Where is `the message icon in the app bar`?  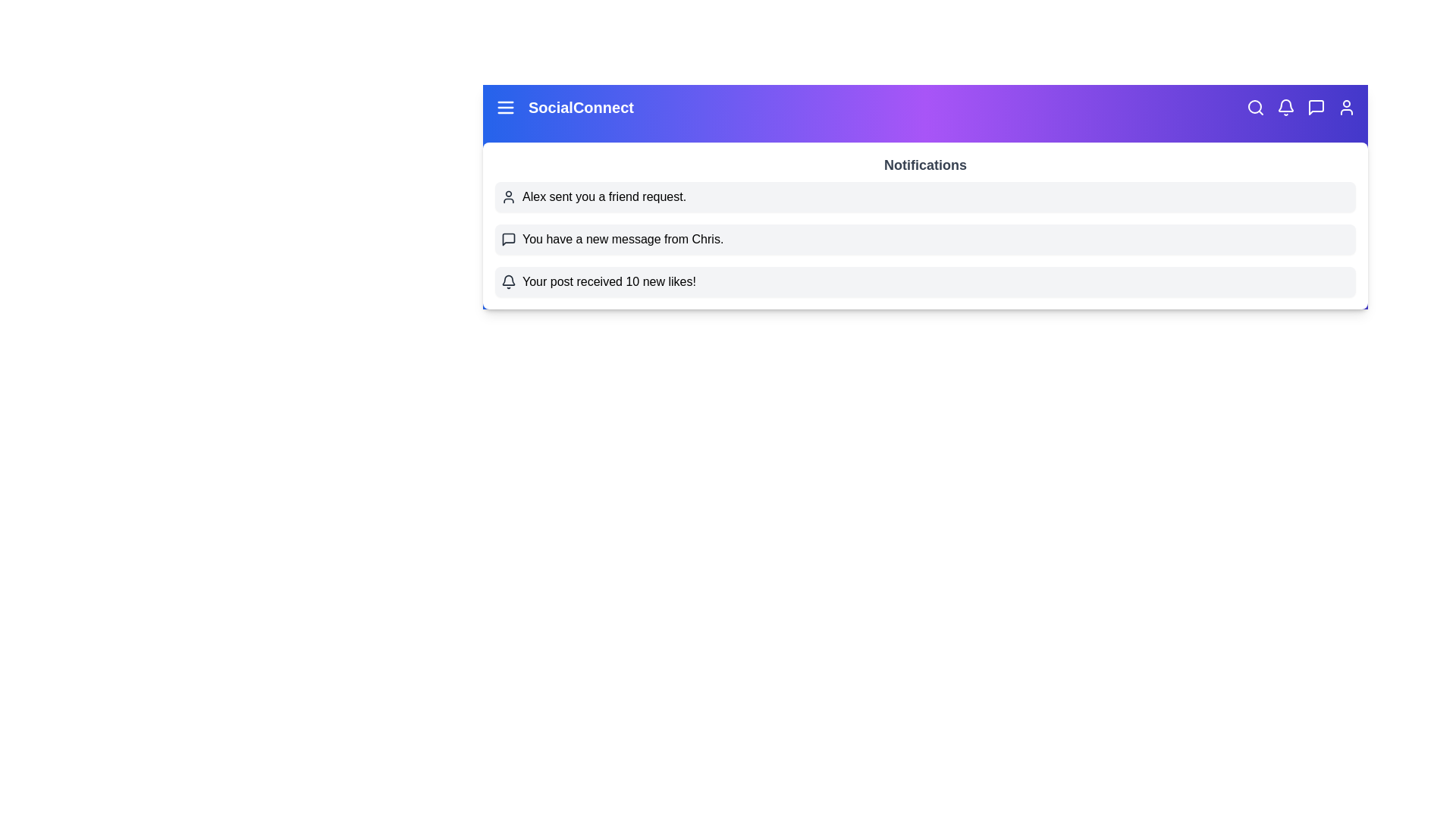
the message icon in the app bar is located at coordinates (1316, 107).